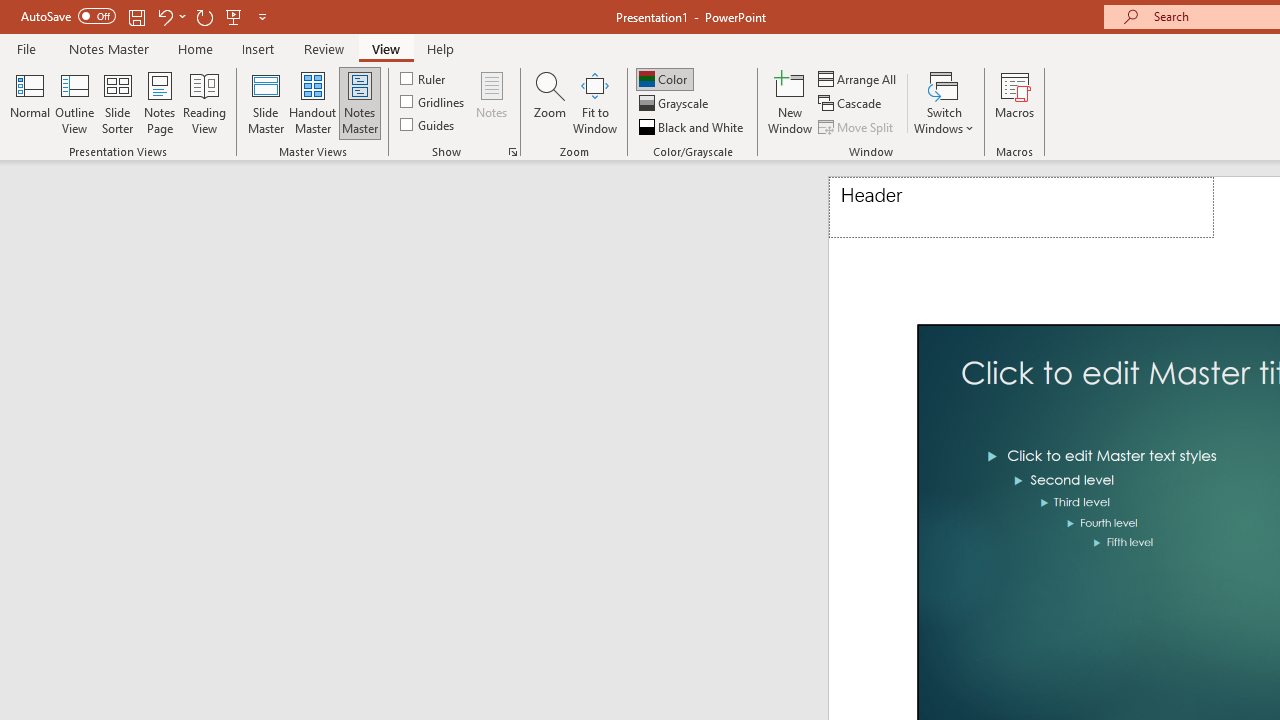 The width and height of the screenshot is (1280, 720). I want to click on 'Notes Page', so click(160, 103).